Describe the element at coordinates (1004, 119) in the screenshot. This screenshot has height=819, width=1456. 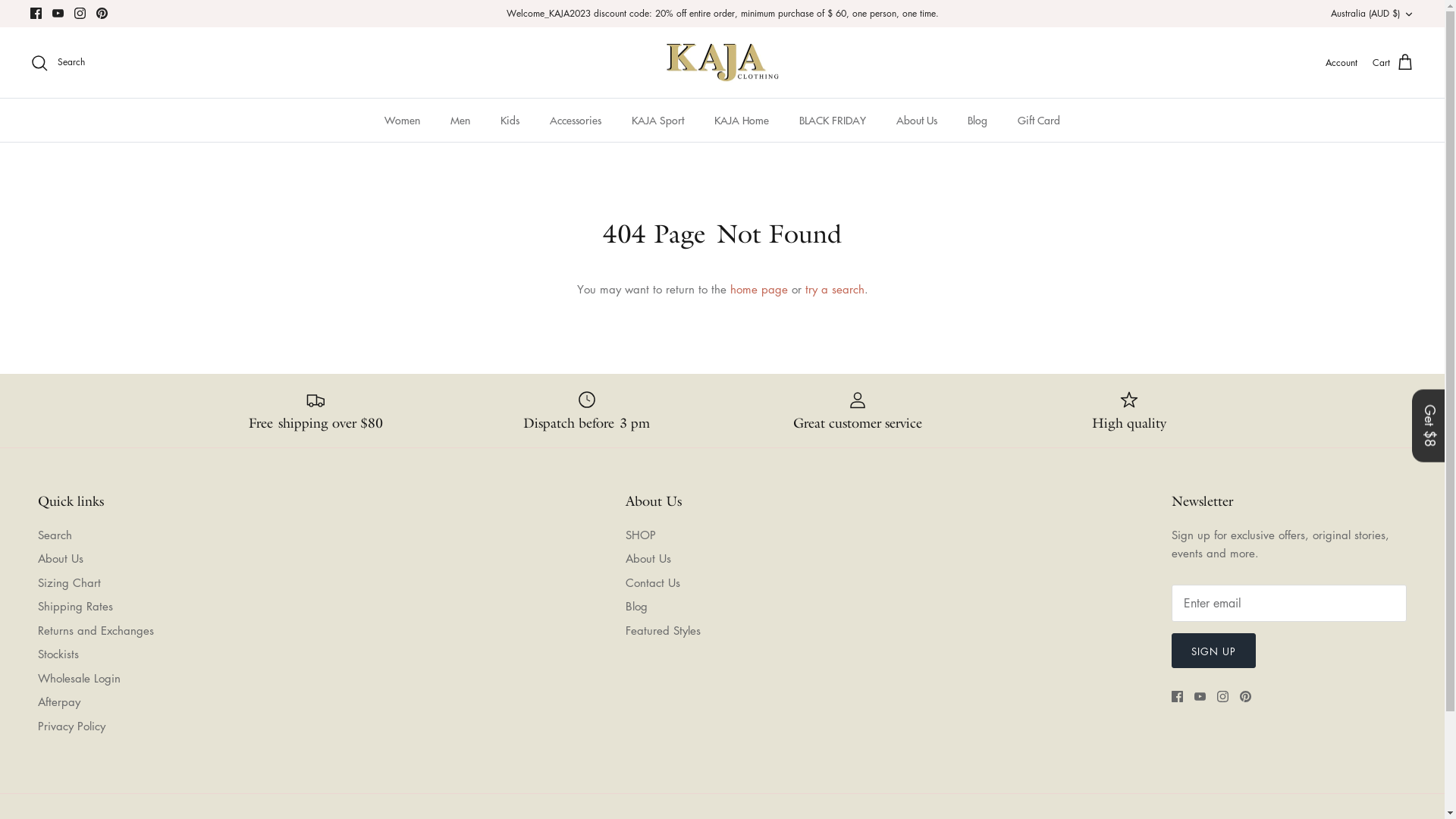
I see `'Gift Card'` at that location.